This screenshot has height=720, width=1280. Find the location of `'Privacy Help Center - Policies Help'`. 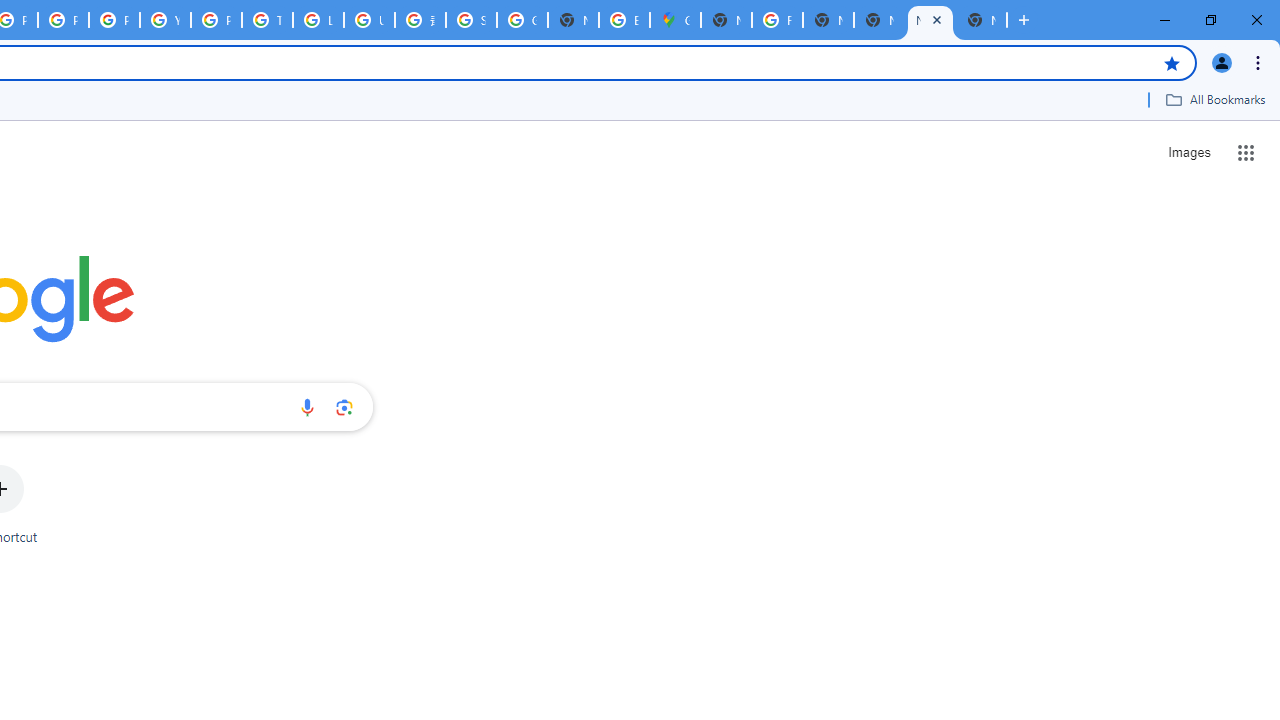

'Privacy Help Center - Policies Help' is located at coordinates (64, 20).